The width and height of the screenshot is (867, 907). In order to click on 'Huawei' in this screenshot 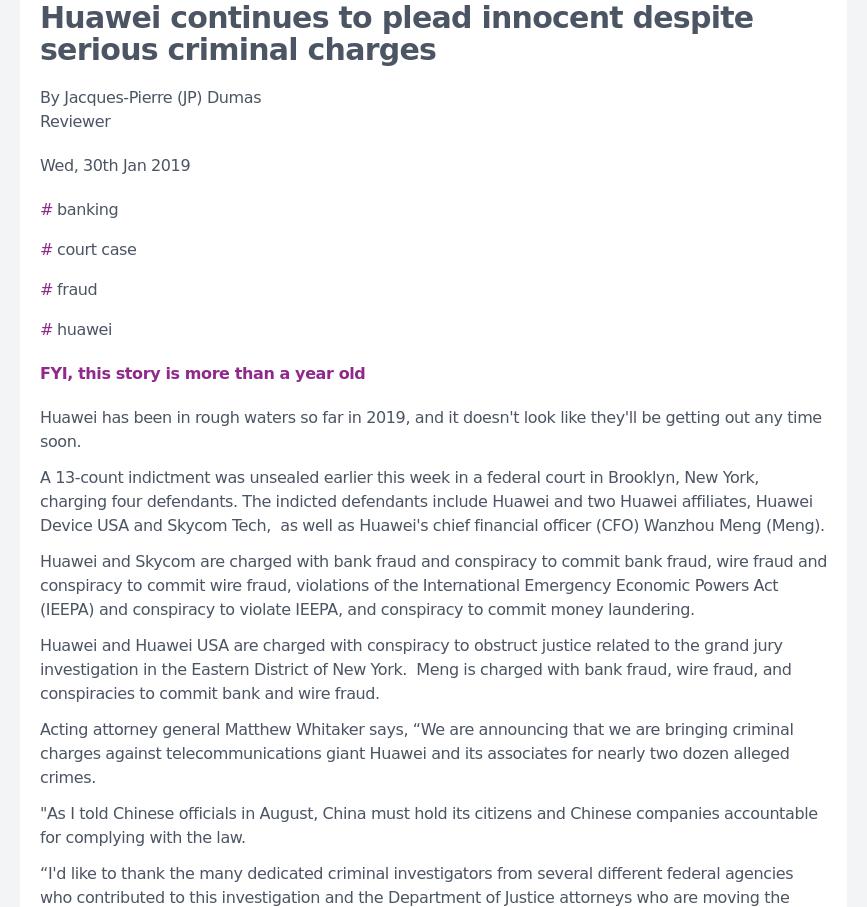, I will do `click(84, 328)`.